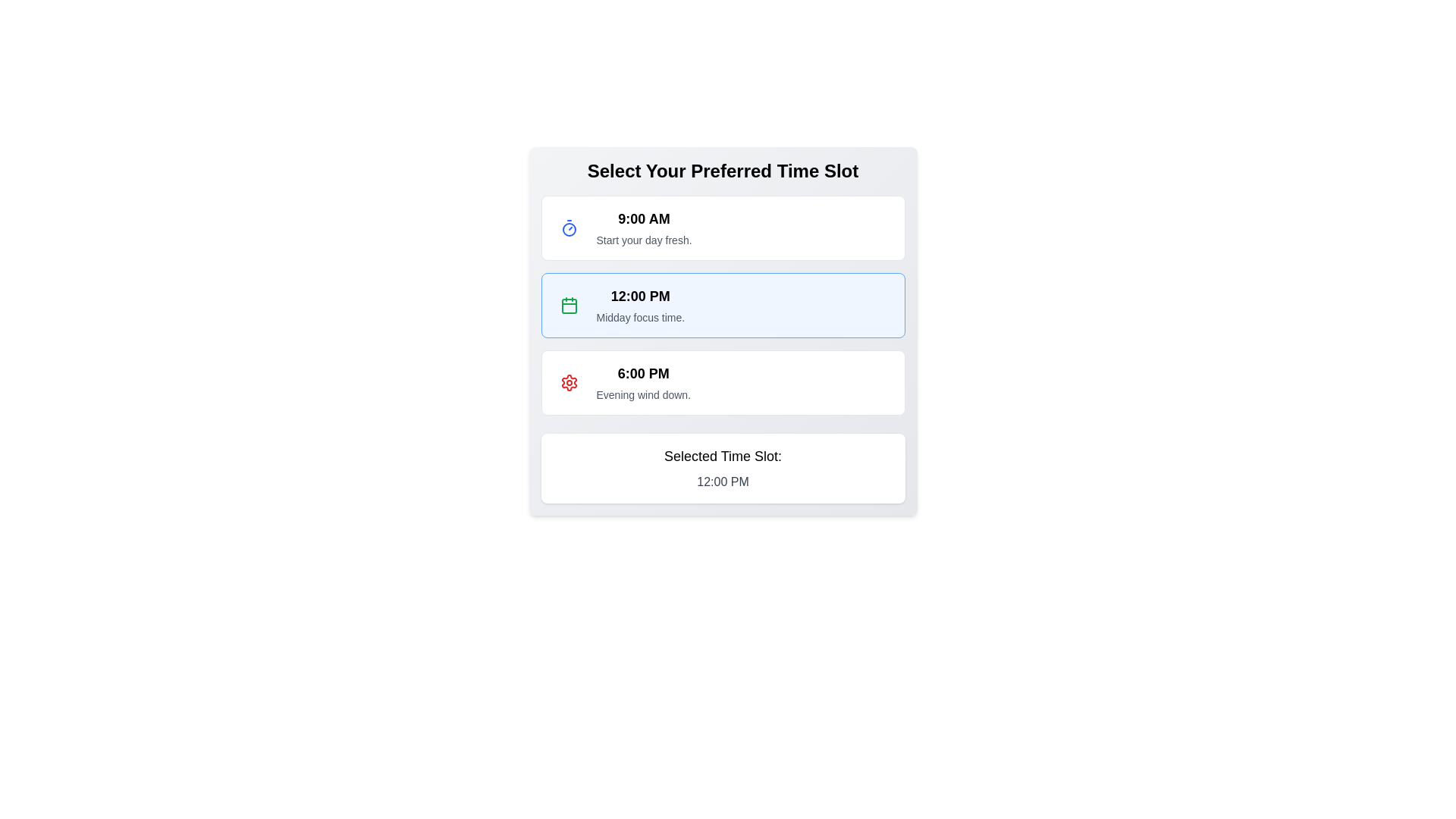  Describe the element at coordinates (568, 305) in the screenshot. I see `the green outlined calendar icon located inside the blue-highlighted context box labeled '12:00 PM Midday focus time' by moving the cursor to its center point` at that location.